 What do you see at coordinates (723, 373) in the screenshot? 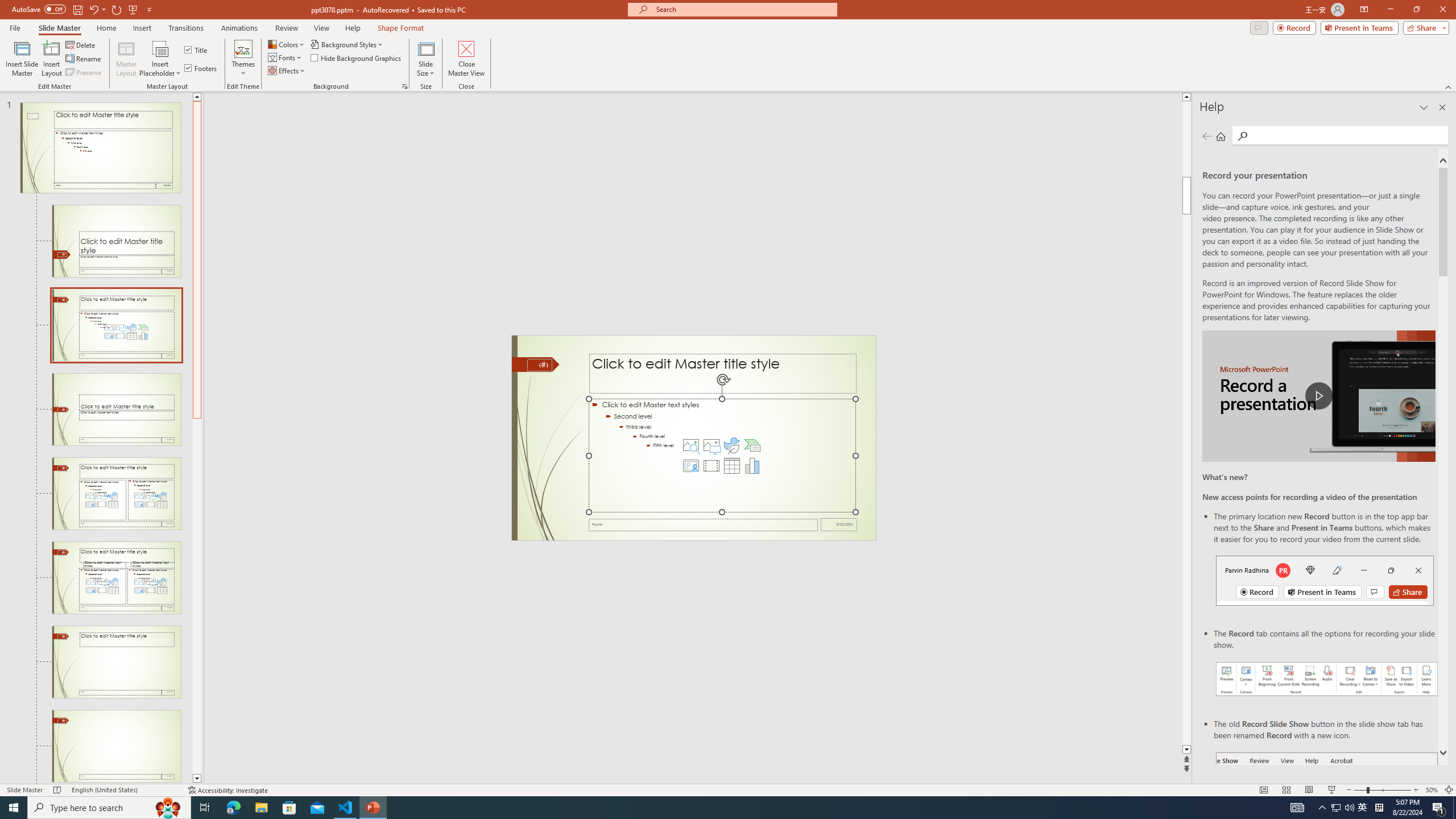
I see `'Title TextBox'` at bounding box center [723, 373].